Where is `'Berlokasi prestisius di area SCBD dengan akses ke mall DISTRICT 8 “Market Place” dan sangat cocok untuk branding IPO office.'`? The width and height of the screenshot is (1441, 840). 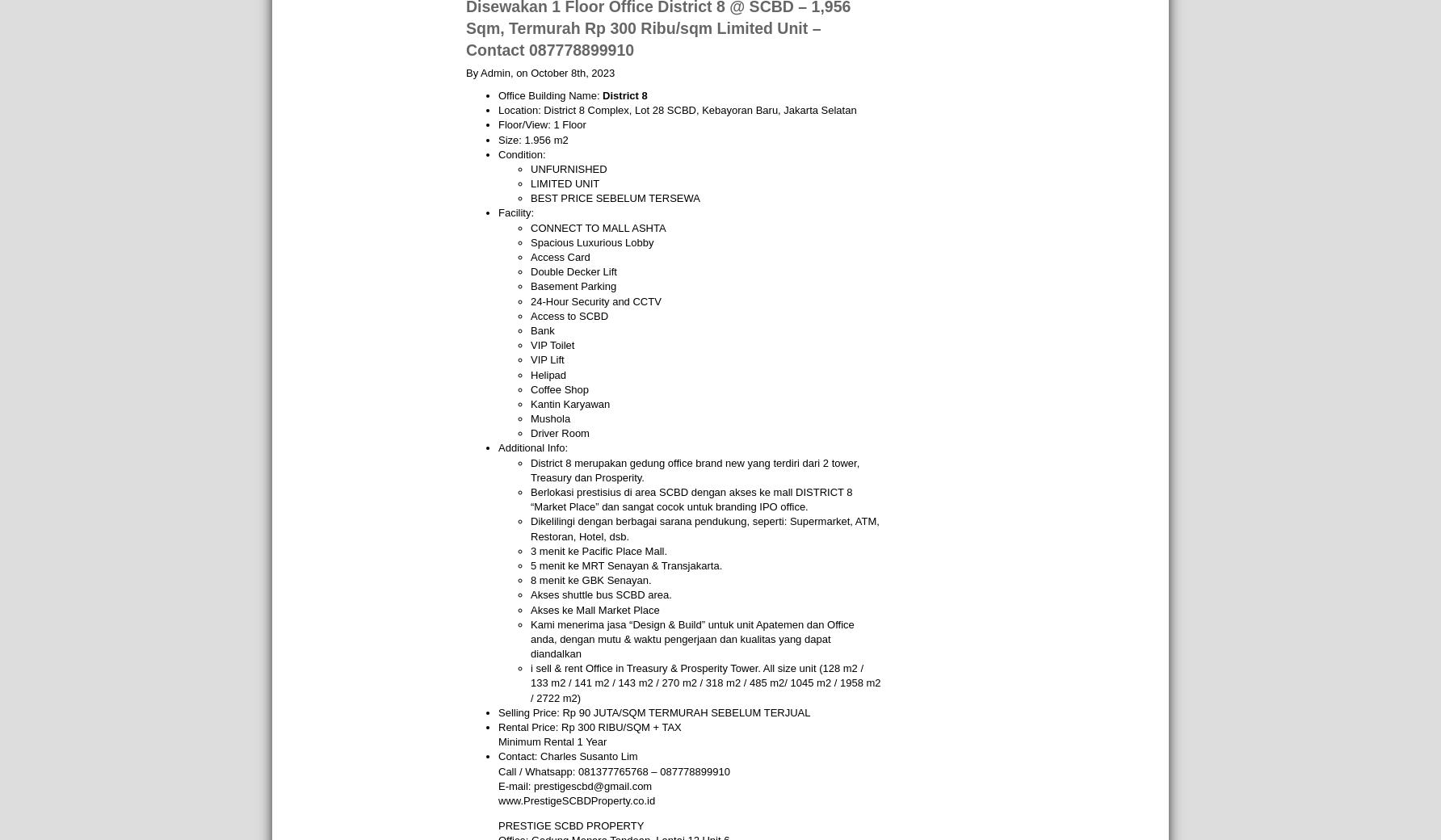
'Berlokasi prestisius di area SCBD dengan akses ke mall DISTRICT 8 “Market Place” dan sangat cocok untuk branding IPO office.' is located at coordinates (690, 498).